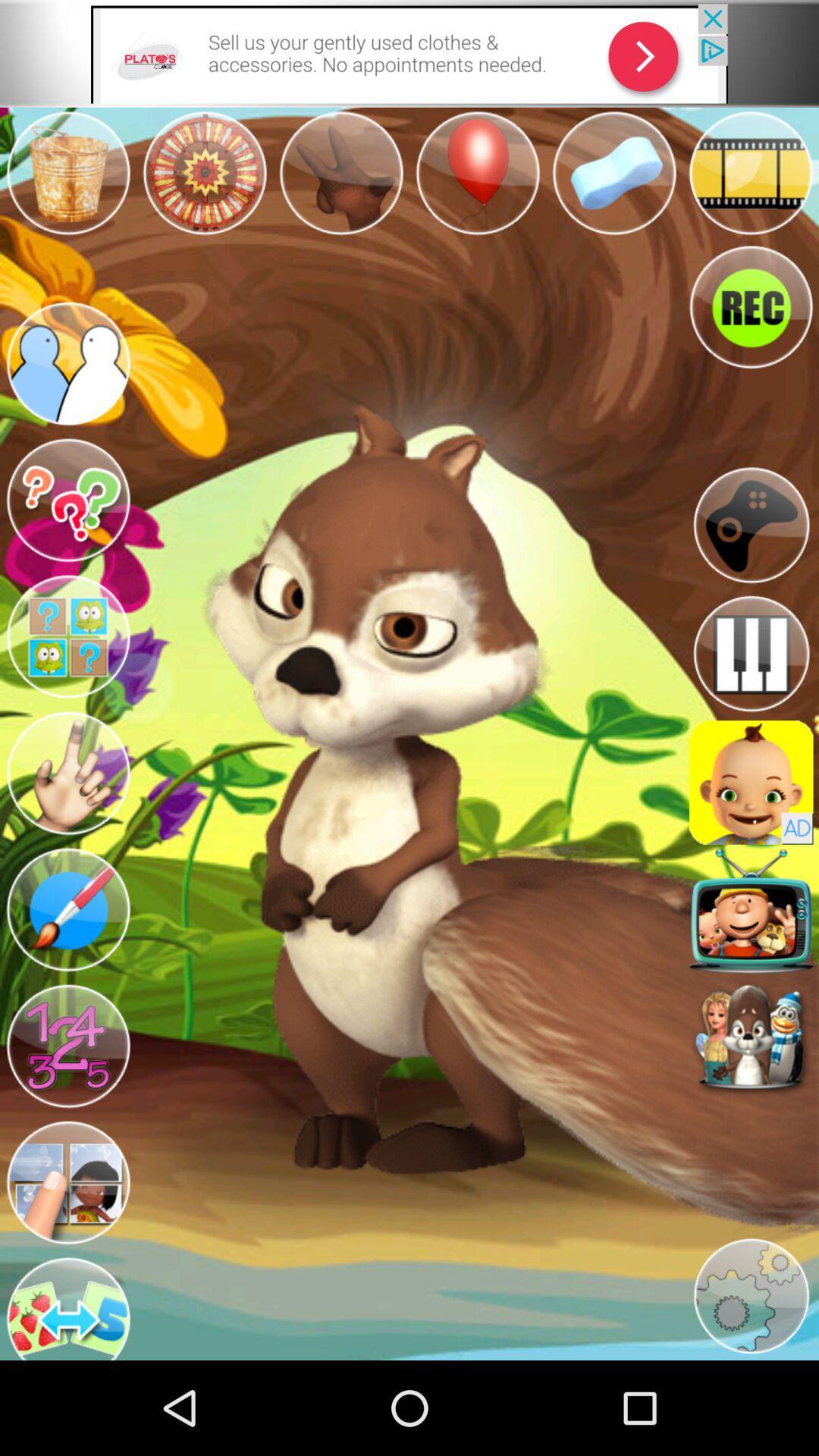  What do you see at coordinates (751, 1295) in the screenshot?
I see `settings` at bounding box center [751, 1295].